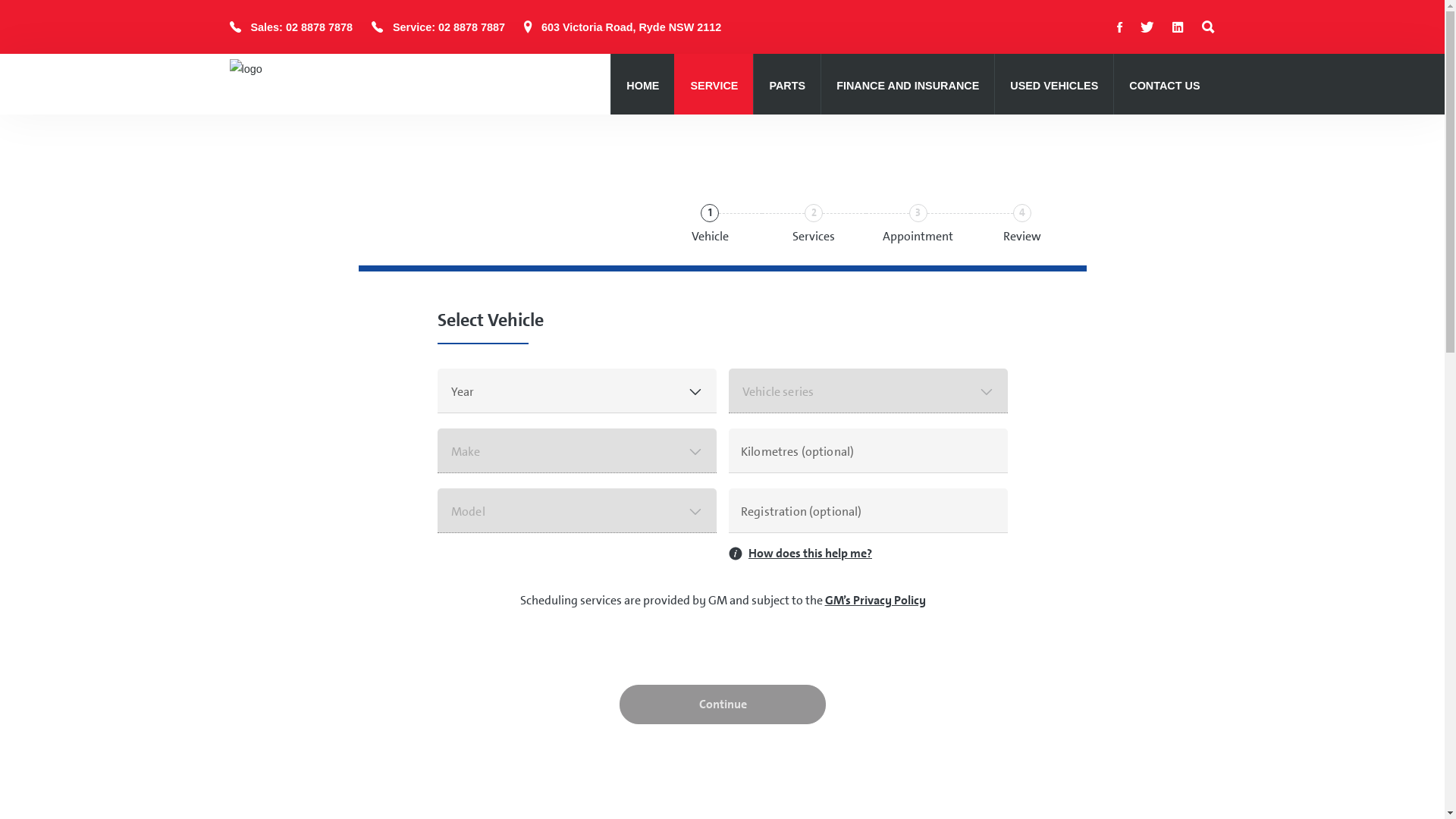 The image size is (1456, 819). Describe the element at coordinates (713, 85) in the screenshot. I see `'SERVICE'` at that location.